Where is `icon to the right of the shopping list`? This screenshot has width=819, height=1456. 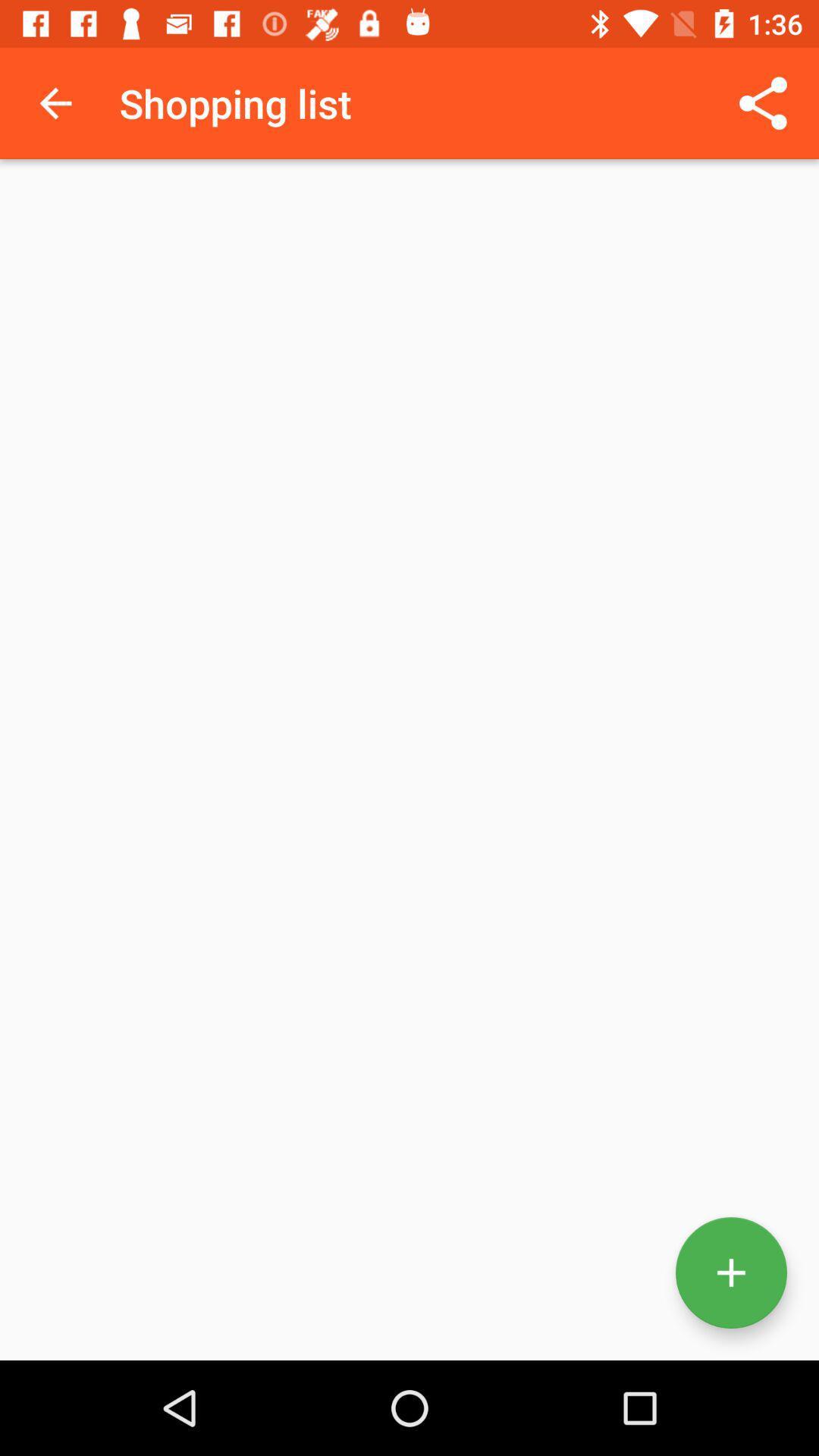 icon to the right of the shopping list is located at coordinates (763, 102).